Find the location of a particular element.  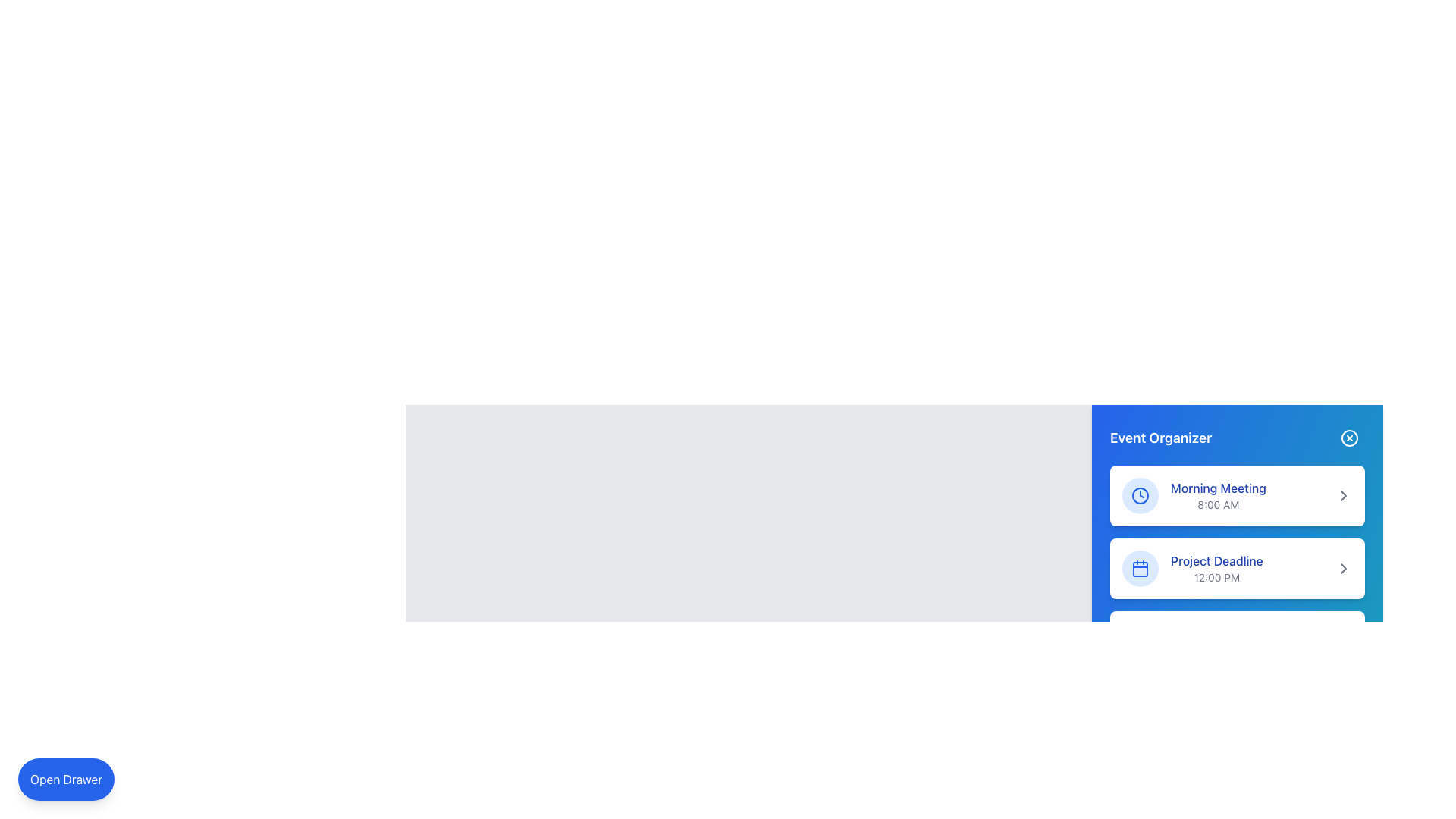

the calendar icon is located at coordinates (1140, 570).